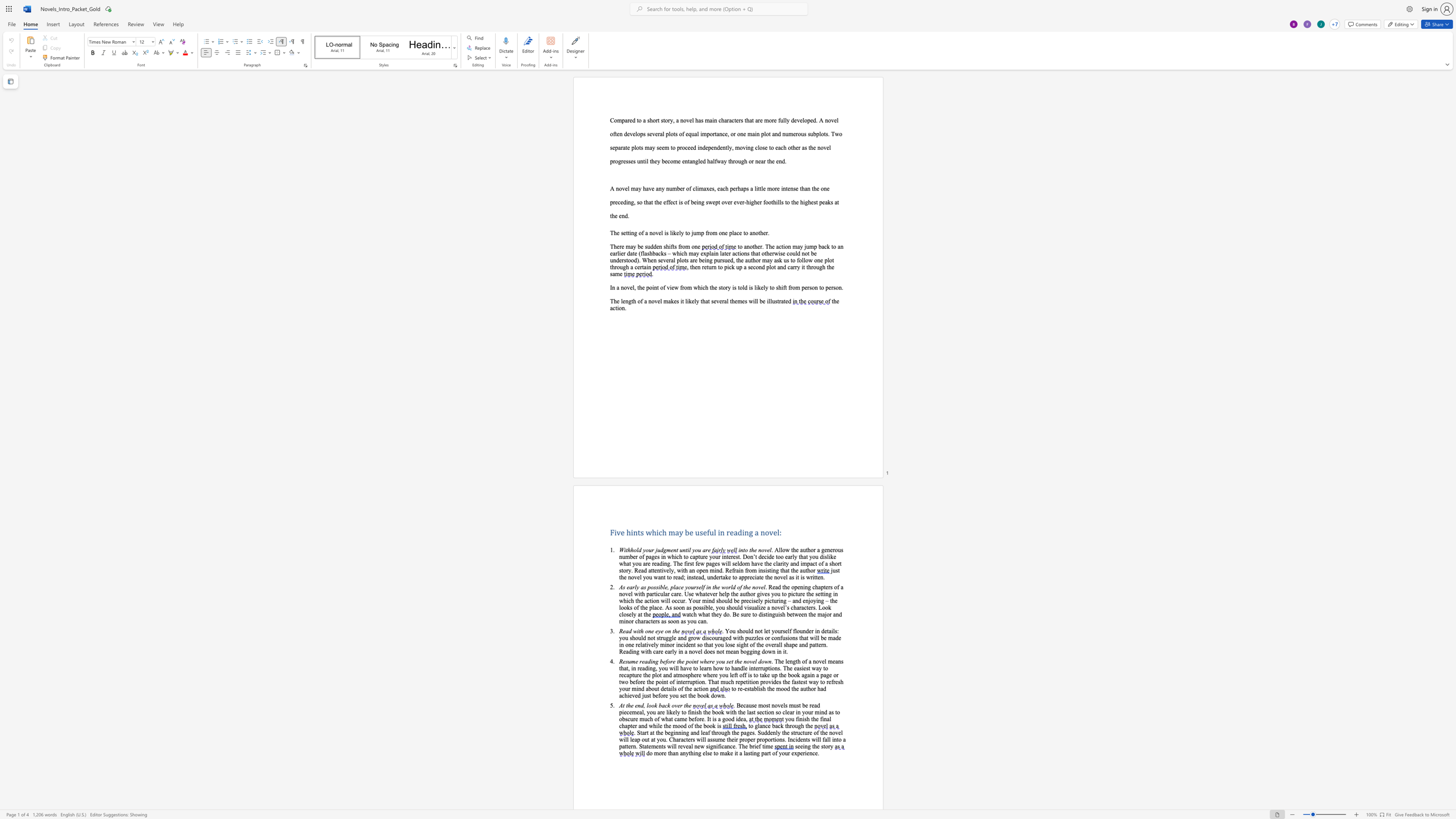  Describe the element at coordinates (658, 232) in the screenshot. I see `the space between the continuous character "v" and "e" in the text` at that location.